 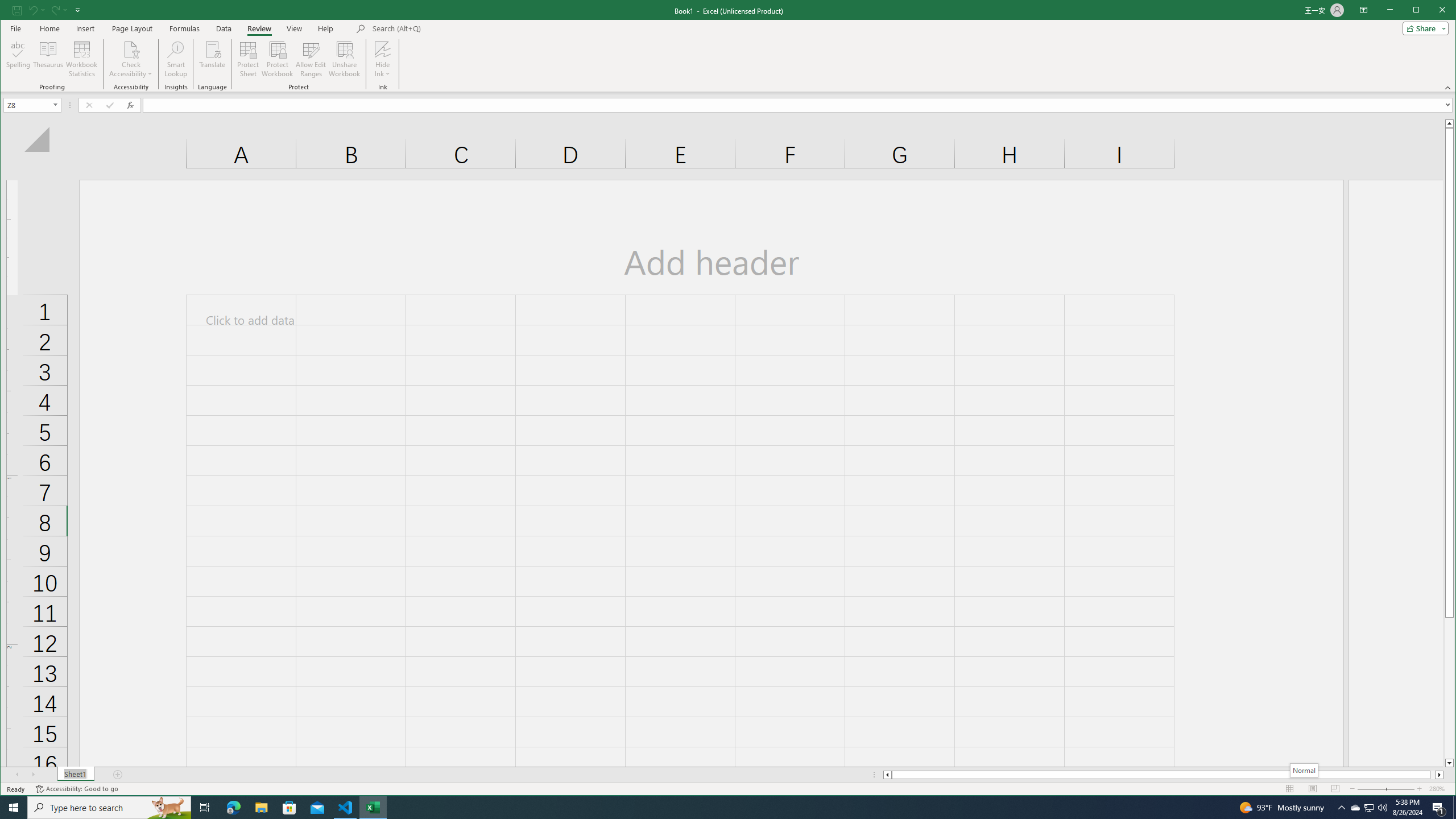 What do you see at coordinates (450, 28) in the screenshot?
I see `'Microsoft search'` at bounding box center [450, 28].